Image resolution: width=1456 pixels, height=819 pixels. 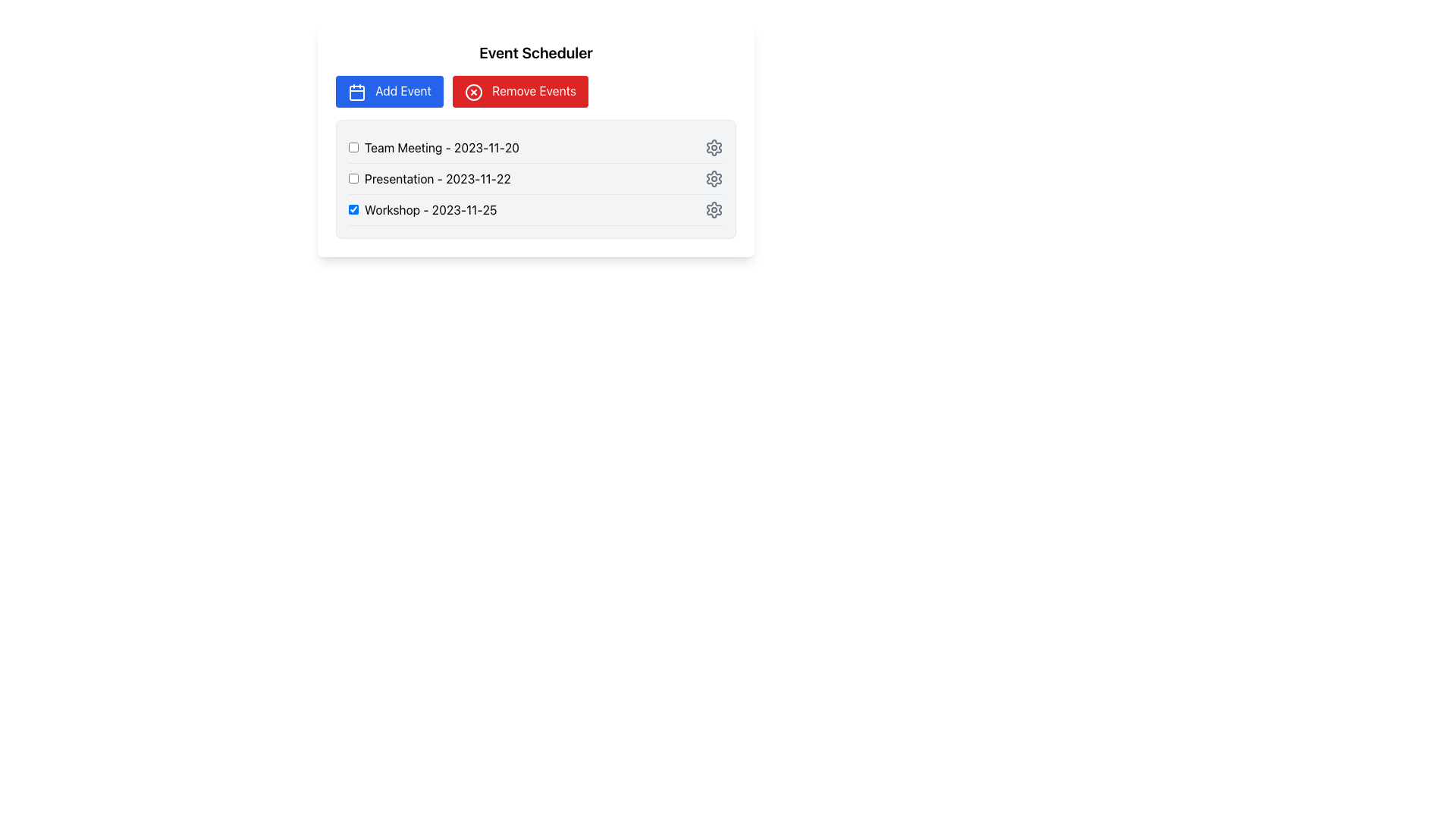 What do you see at coordinates (437, 177) in the screenshot?
I see `the text label element displaying 'Presentation - 2023-11-22' in the second row of the event list under 'Event Scheduler'` at bounding box center [437, 177].